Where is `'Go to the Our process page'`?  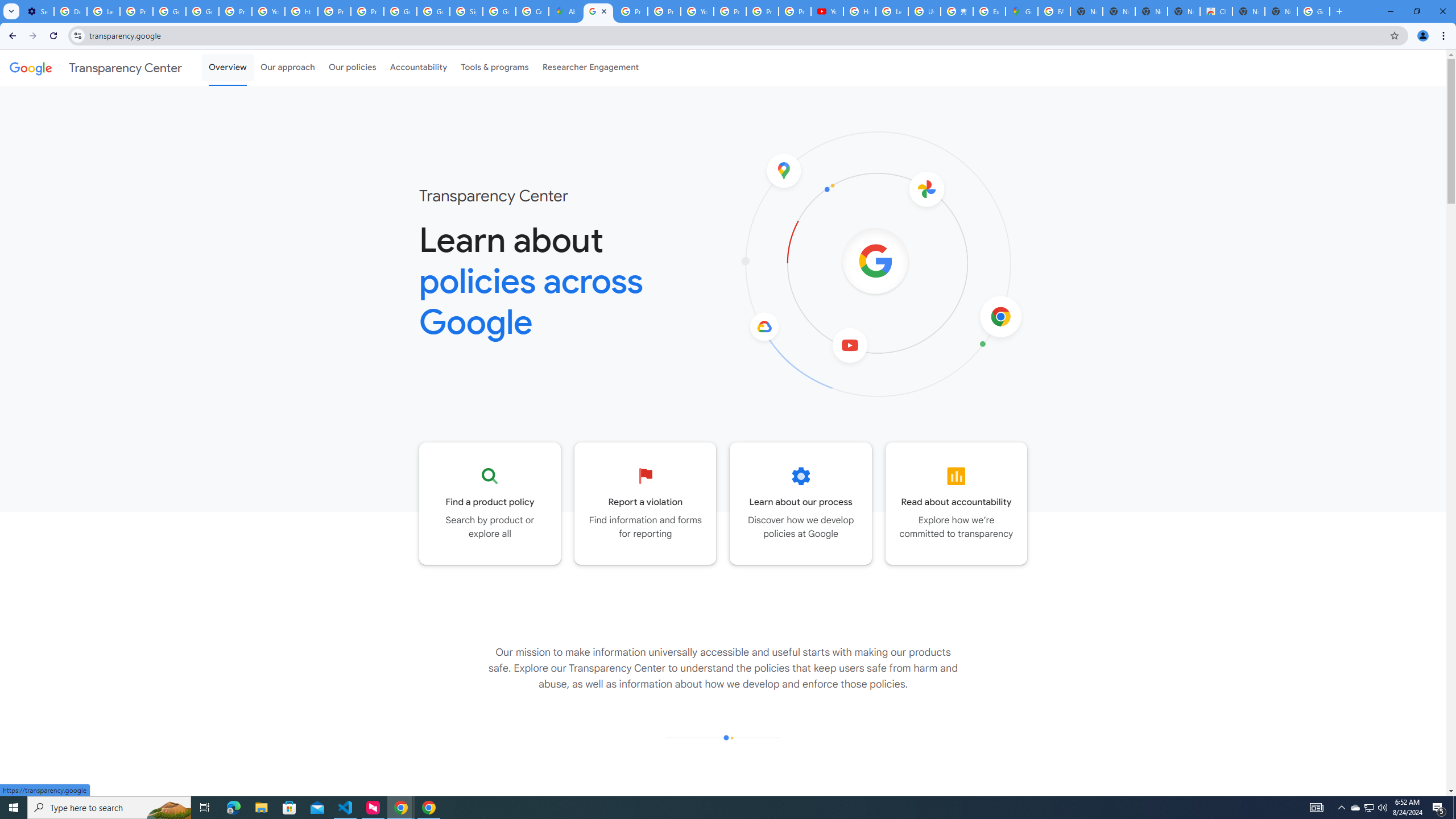 'Go to the Our process page' is located at coordinates (800, 503).